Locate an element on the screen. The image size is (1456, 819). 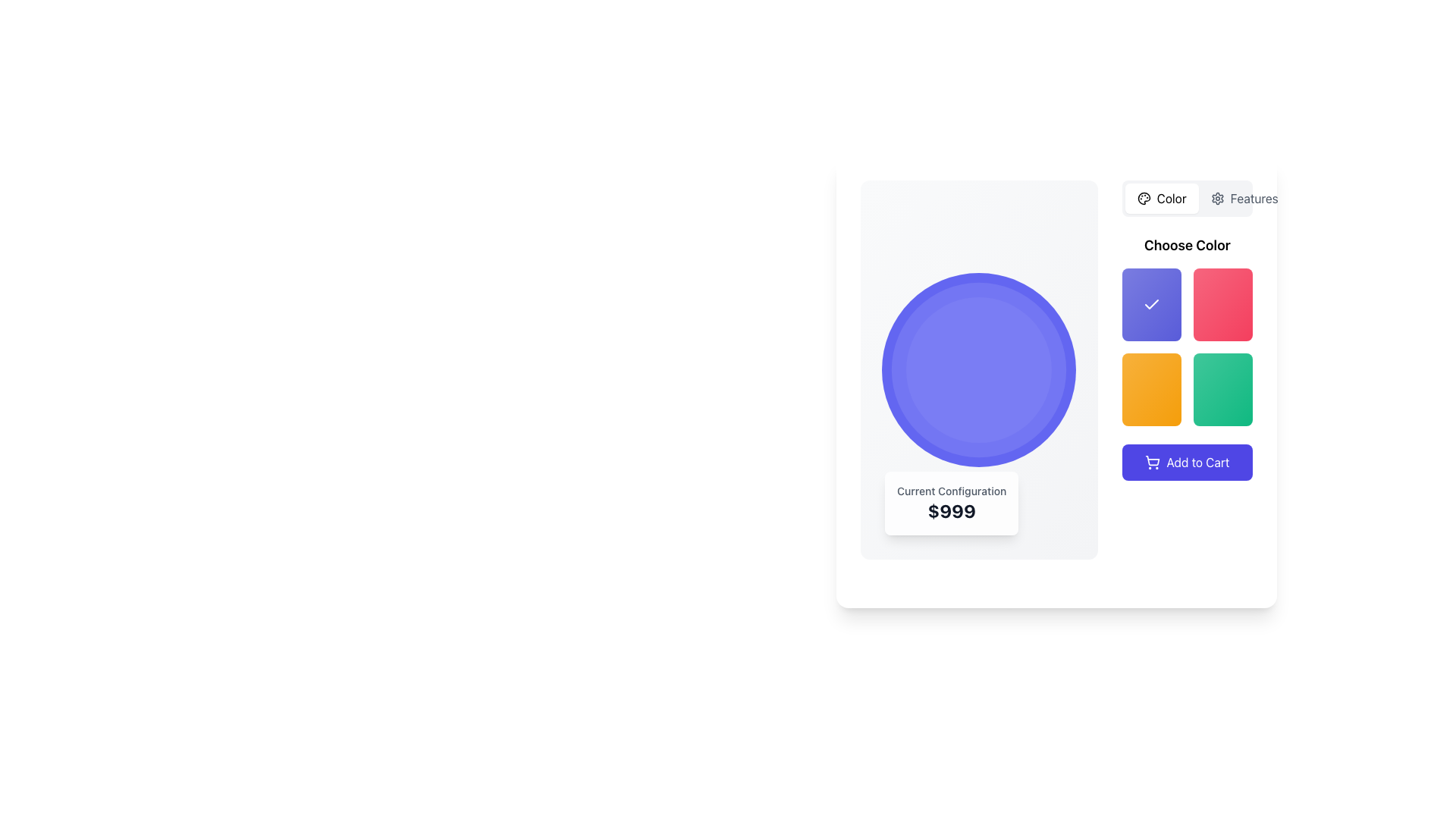
the selectable amber color button located in the lower-left quadrant of the grid under the 'Choose Color' section is located at coordinates (1151, 388).